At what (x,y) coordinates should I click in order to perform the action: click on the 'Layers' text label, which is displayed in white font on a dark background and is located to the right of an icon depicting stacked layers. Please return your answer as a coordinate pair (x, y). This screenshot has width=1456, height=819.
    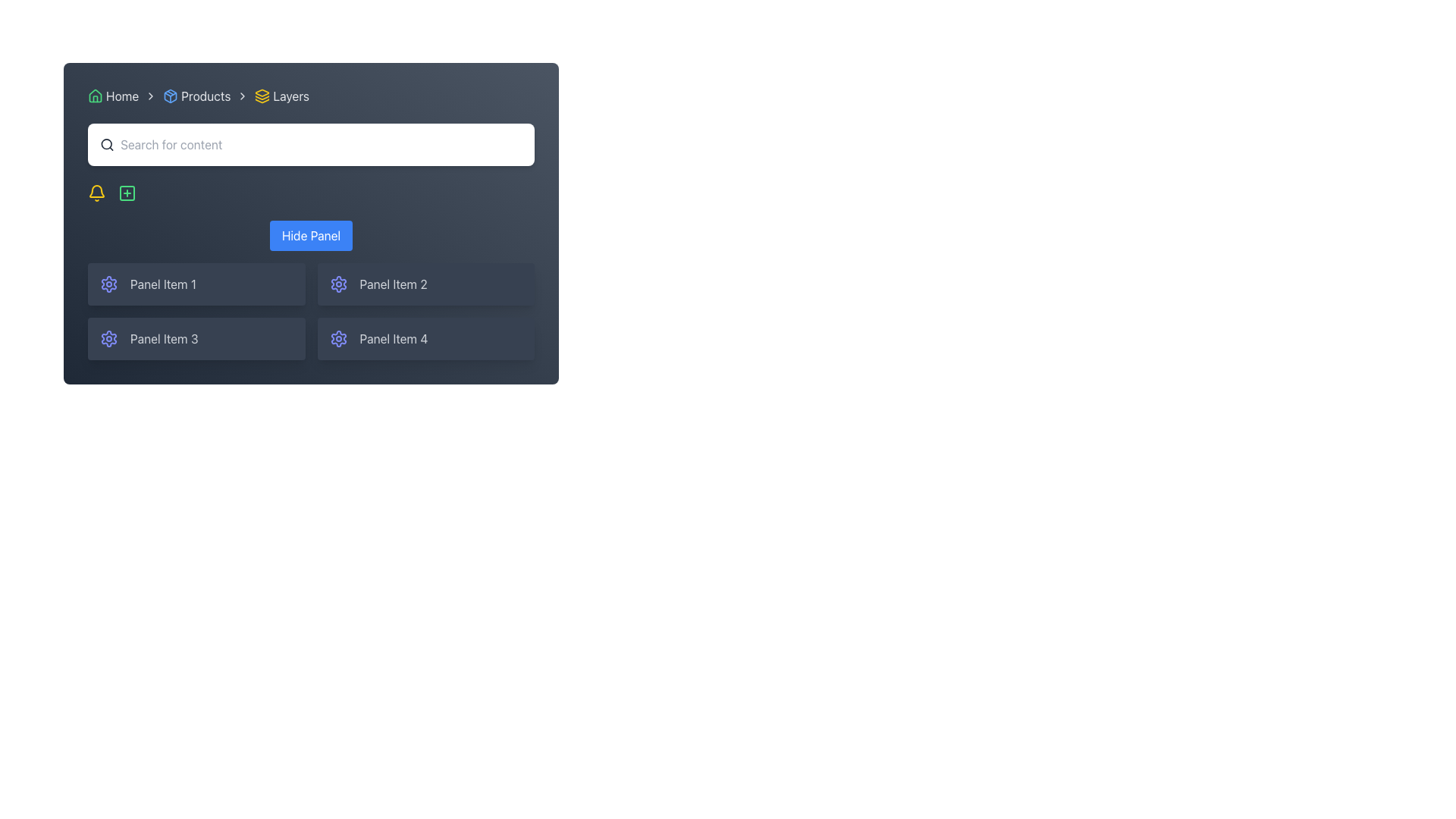
    Looking at the image, I should click on (291, 96).